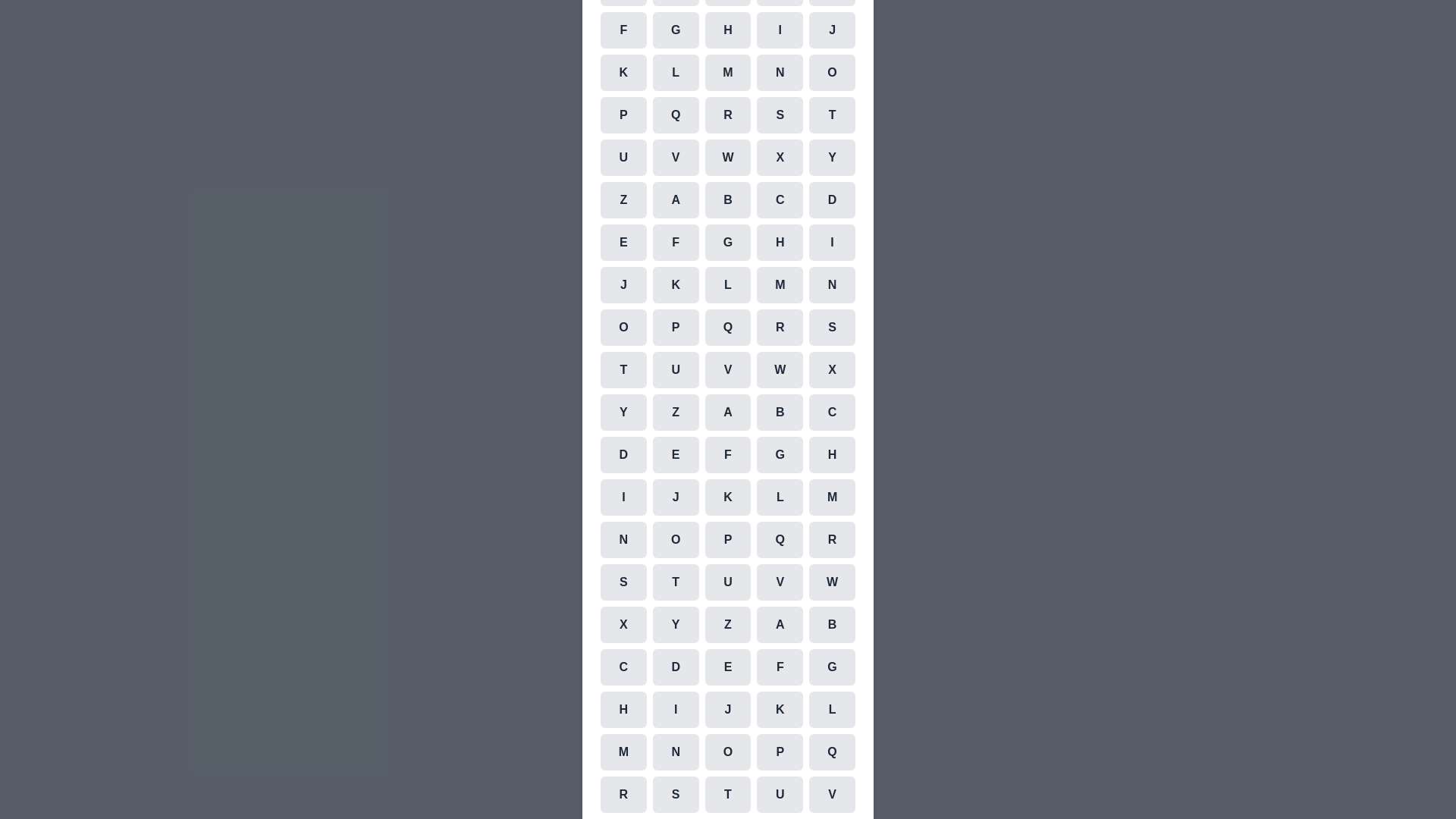 The image size is (1456, 819). Describe the element at coordinates (780, 114) in the screenshot. I see `the cell representing the character S` at that location.